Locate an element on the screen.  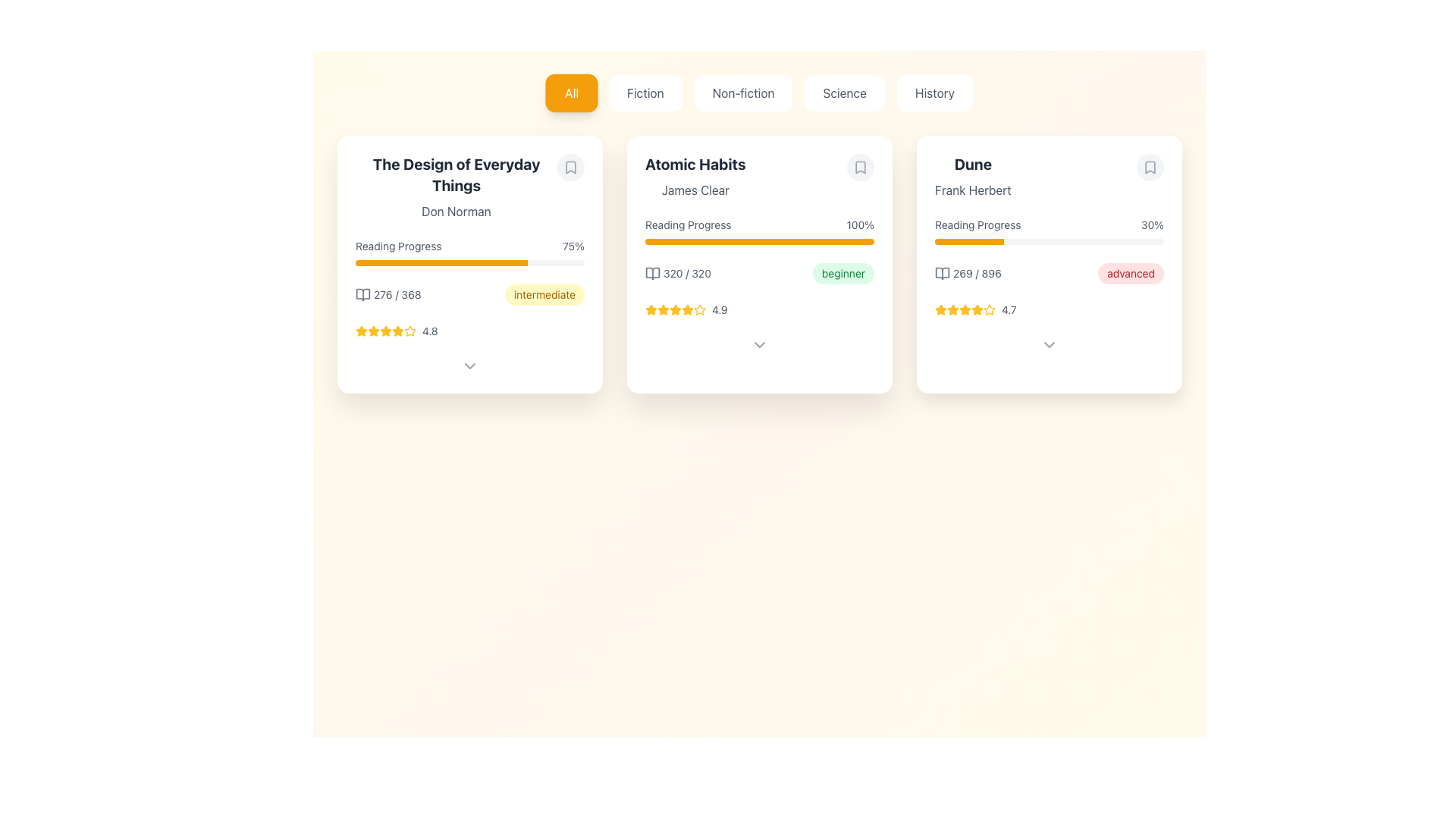
the reading progress bar is located at coordinates (483, 262).